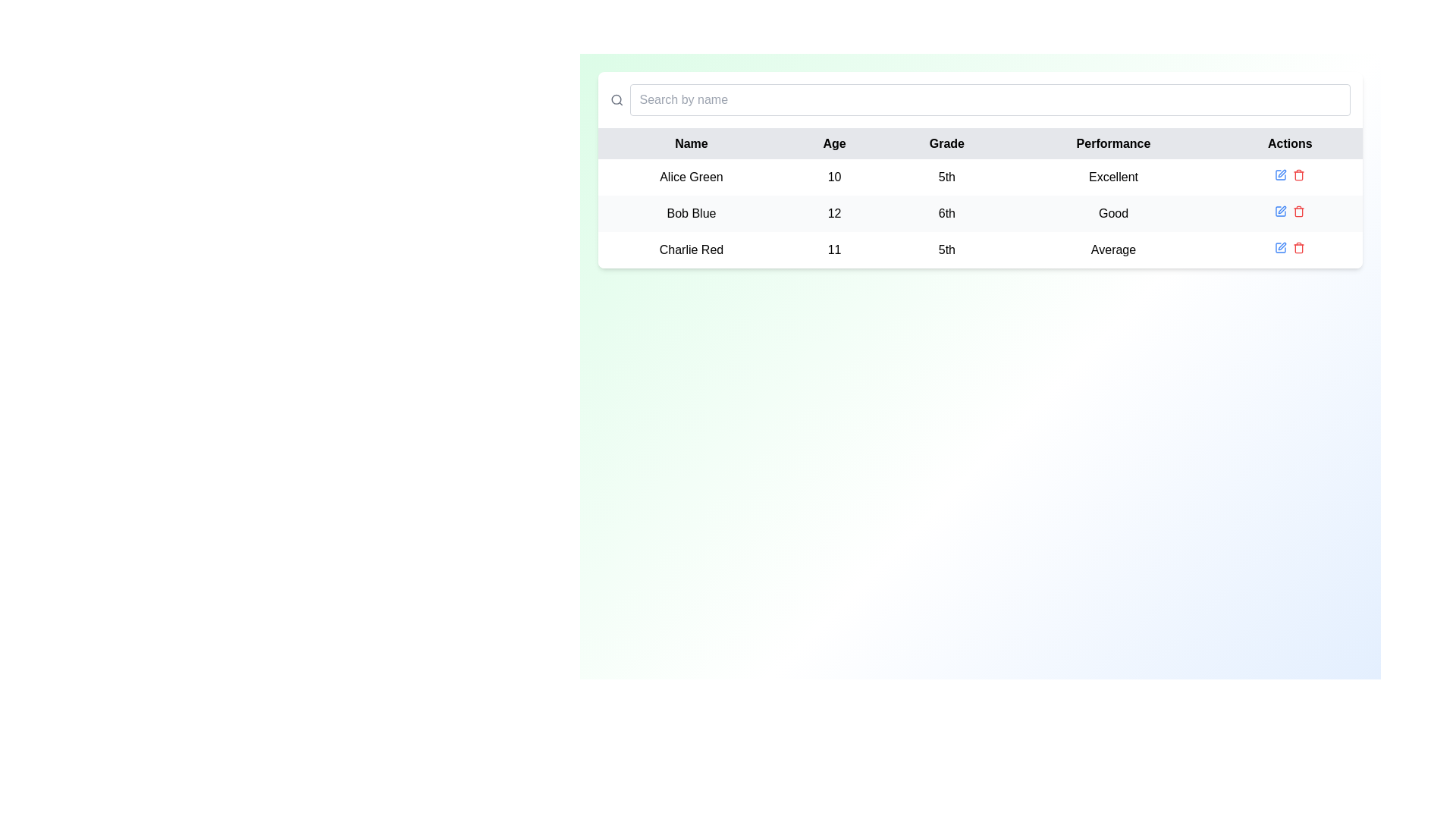 This screenshot has height=819, width=1456. I want to click on the text display showing the age (11) of Charlie Red in the Age column of the table, so click(833, 249).